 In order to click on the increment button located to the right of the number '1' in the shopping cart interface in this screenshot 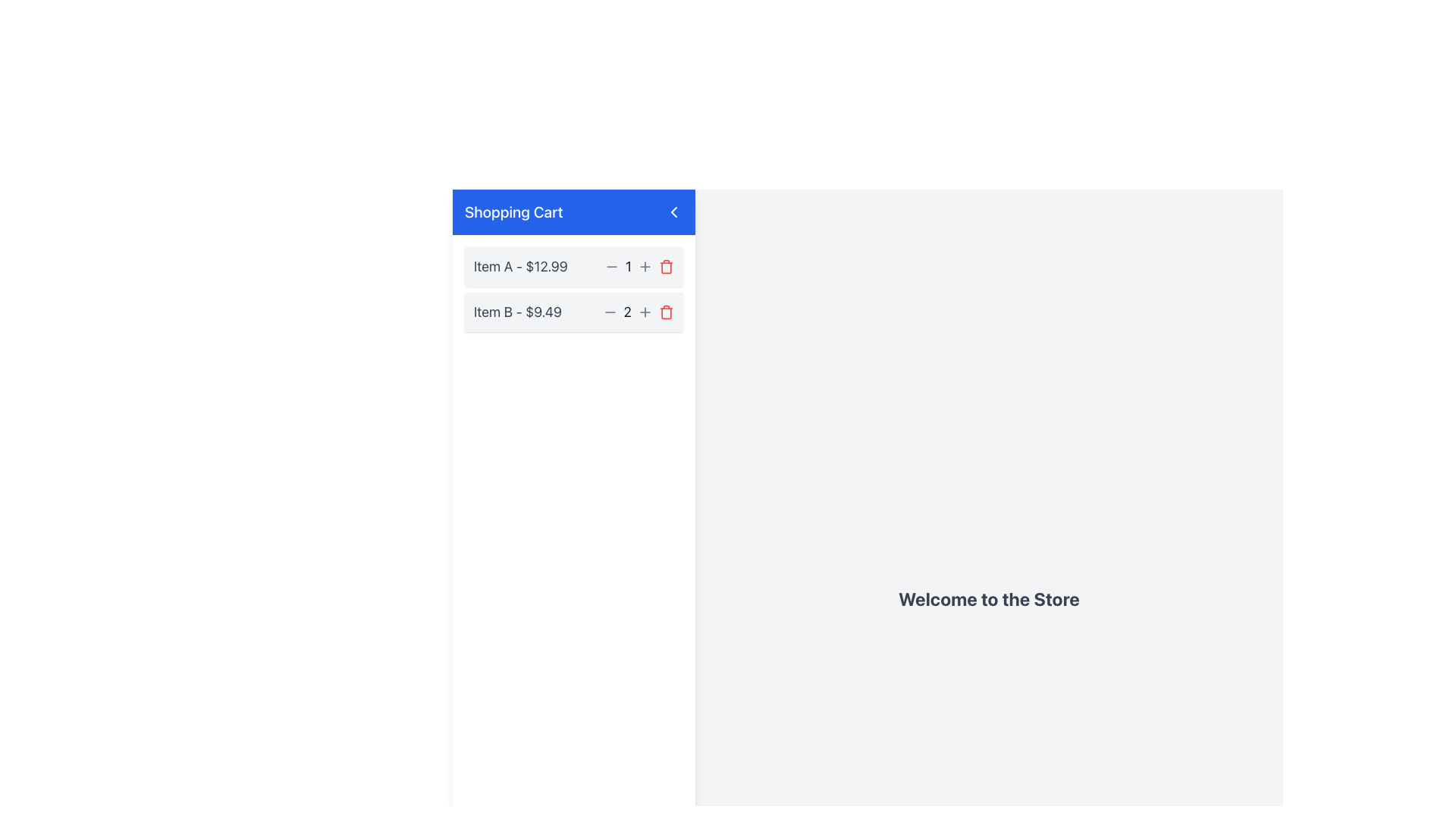, I will do `click(645, 265)`.